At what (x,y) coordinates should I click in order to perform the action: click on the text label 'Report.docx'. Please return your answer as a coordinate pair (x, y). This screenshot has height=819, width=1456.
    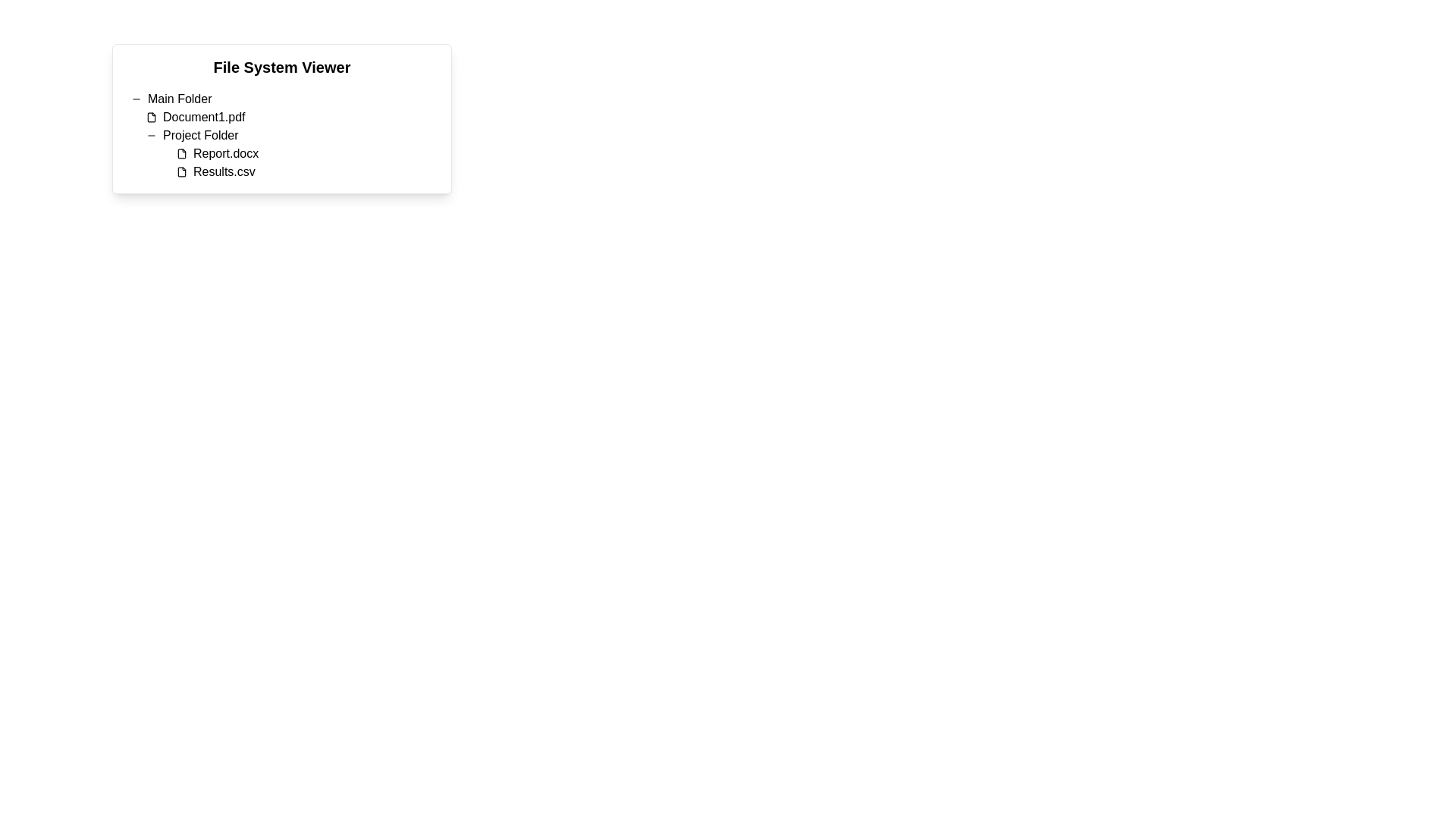
    Looking at the image, I should click on (224, 154).